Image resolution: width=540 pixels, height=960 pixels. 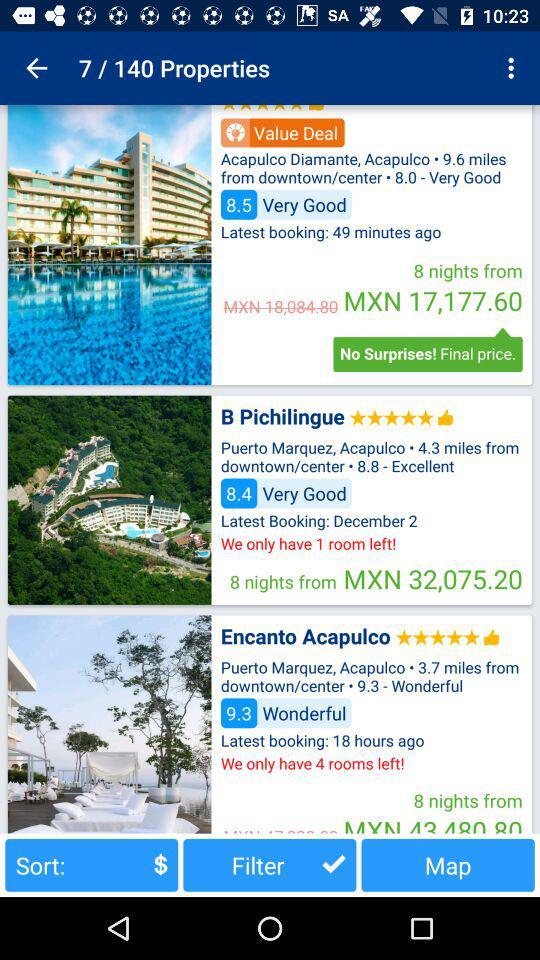 I want to click on more photos of property, so click(x=109, y=244).